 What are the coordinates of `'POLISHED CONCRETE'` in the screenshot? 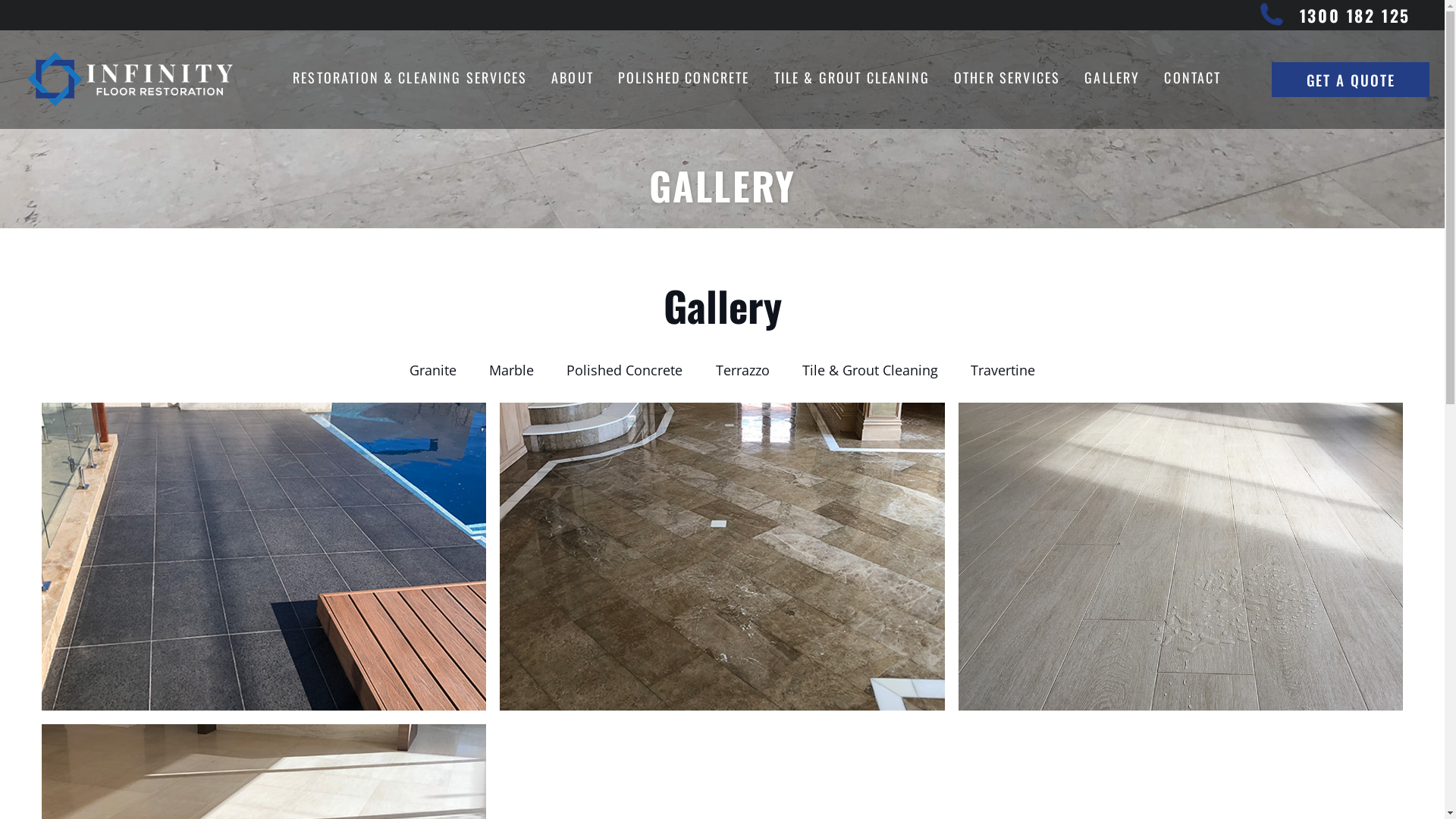 It's located at (683, 79).